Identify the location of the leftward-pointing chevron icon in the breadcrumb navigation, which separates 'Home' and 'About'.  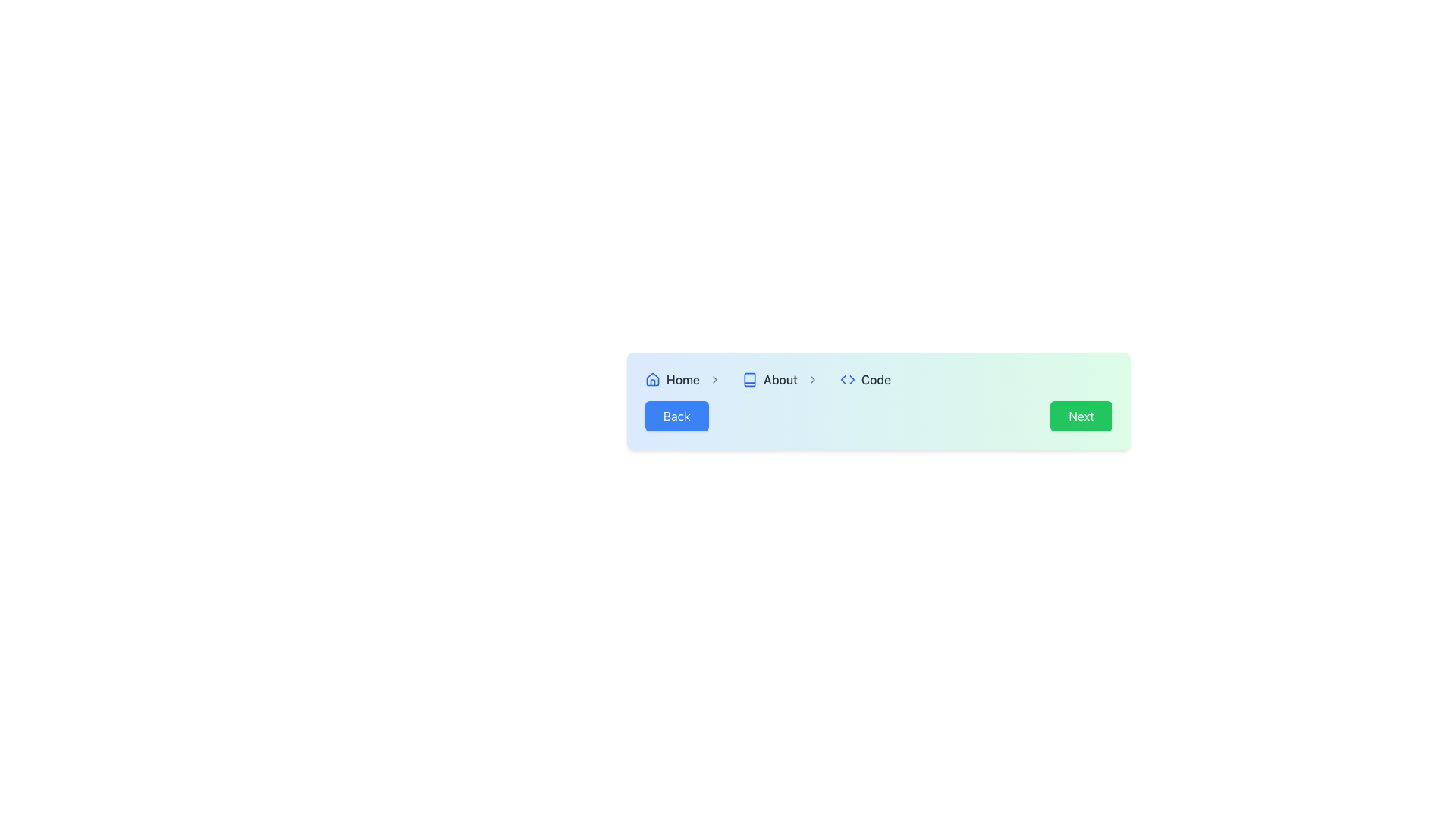
(843, 379).